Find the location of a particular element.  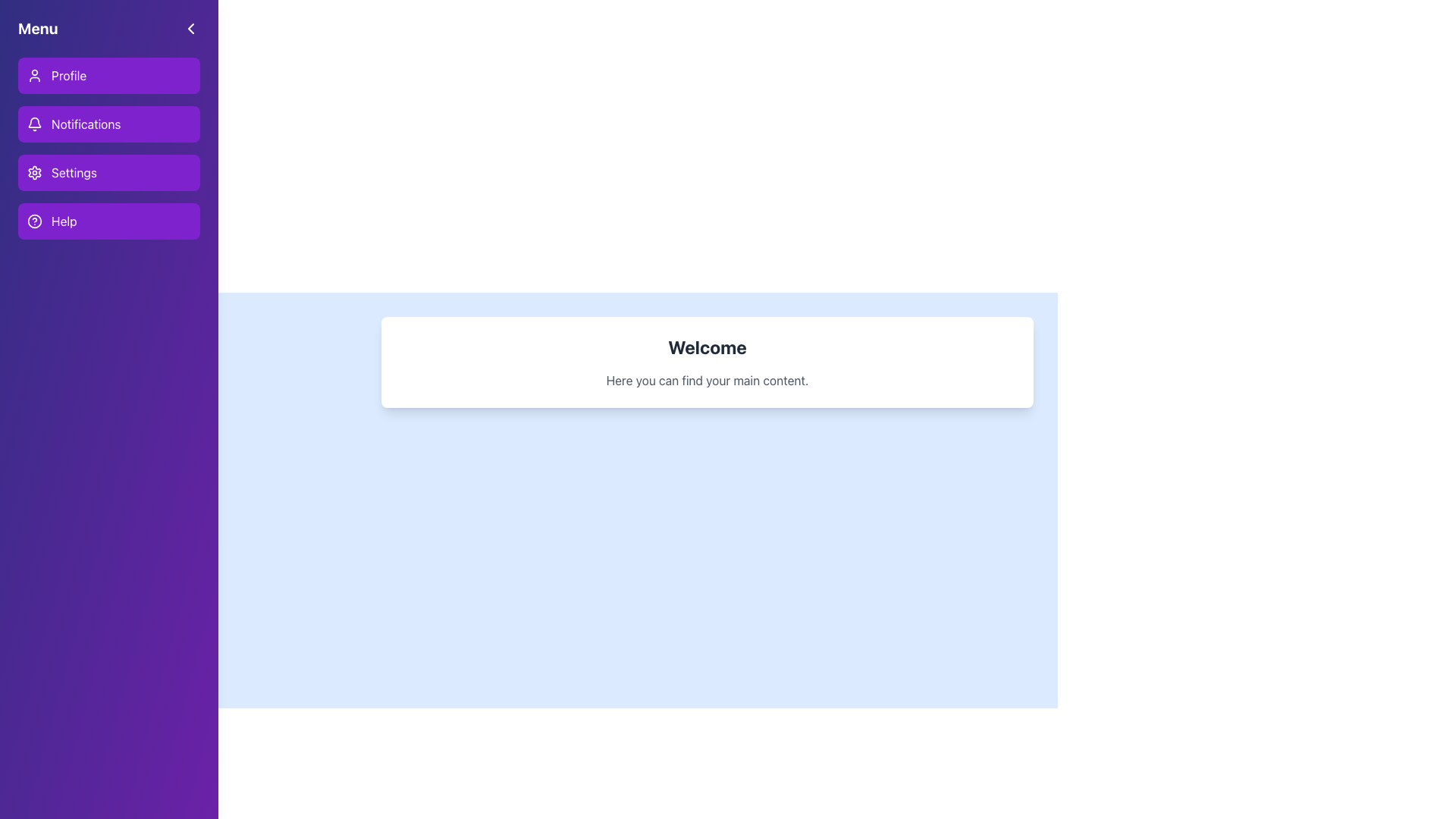

the explanatory text that serves as a subtitle under the 'Welcome' header in the card layout is located at coordinates (706, 379).